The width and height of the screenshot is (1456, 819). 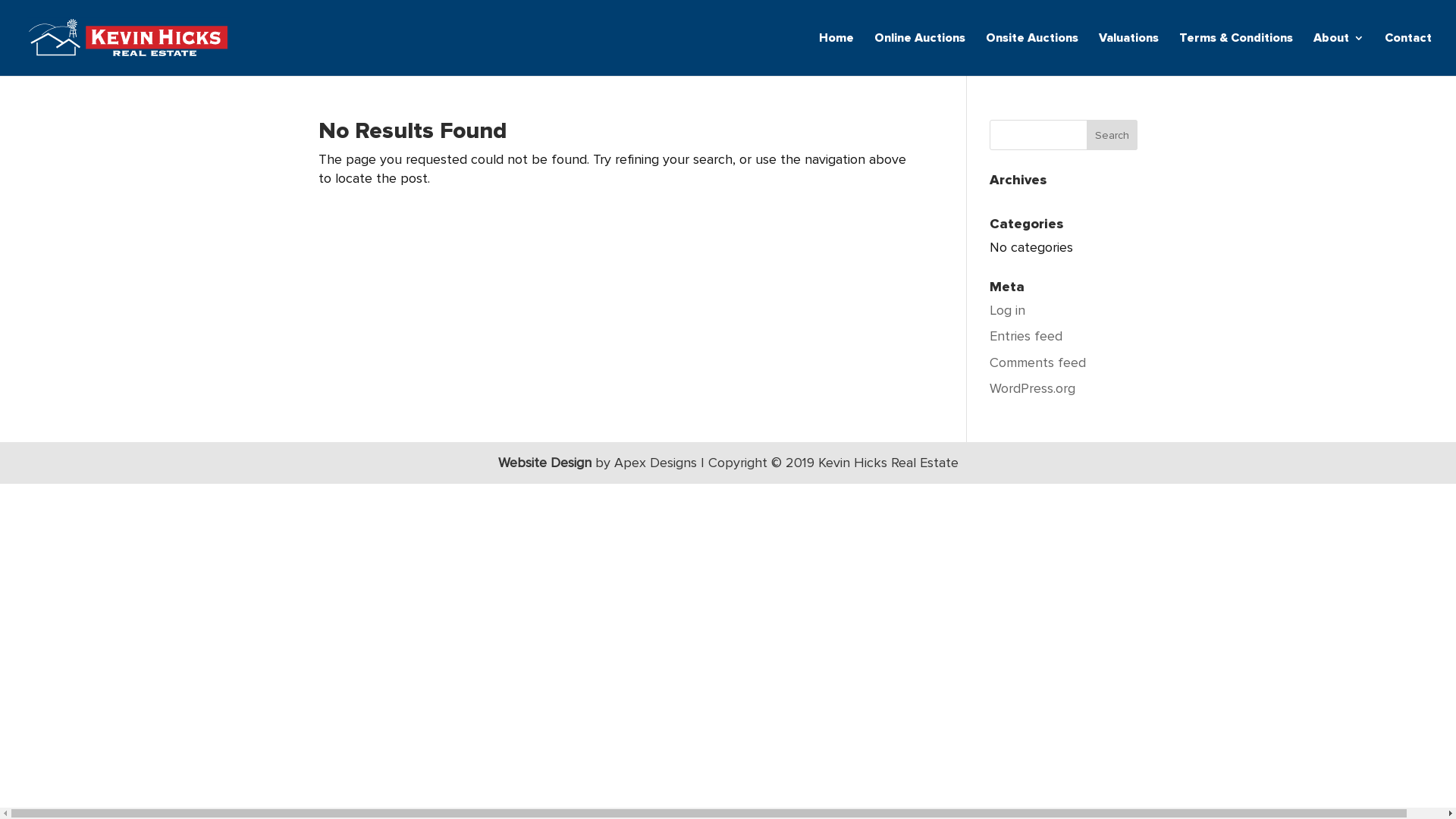 I want to click on 'Valuations', so click(x=1128, y=53).